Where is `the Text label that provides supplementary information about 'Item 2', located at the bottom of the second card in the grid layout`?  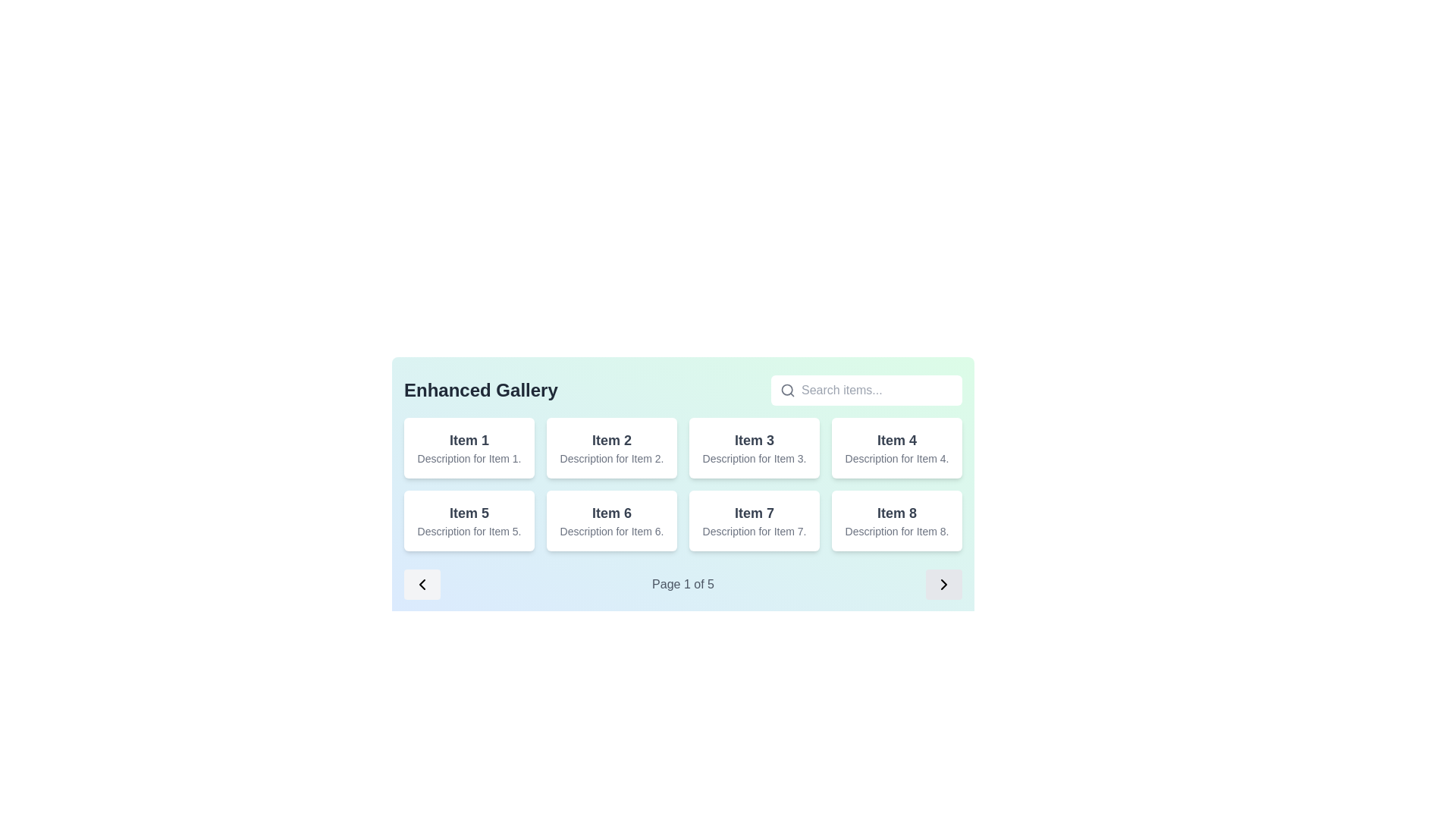 the Text label that provides supplementary information about 'Item 2', located at the bottom of the second card in the grid layout is located at coordinates (611, 458).